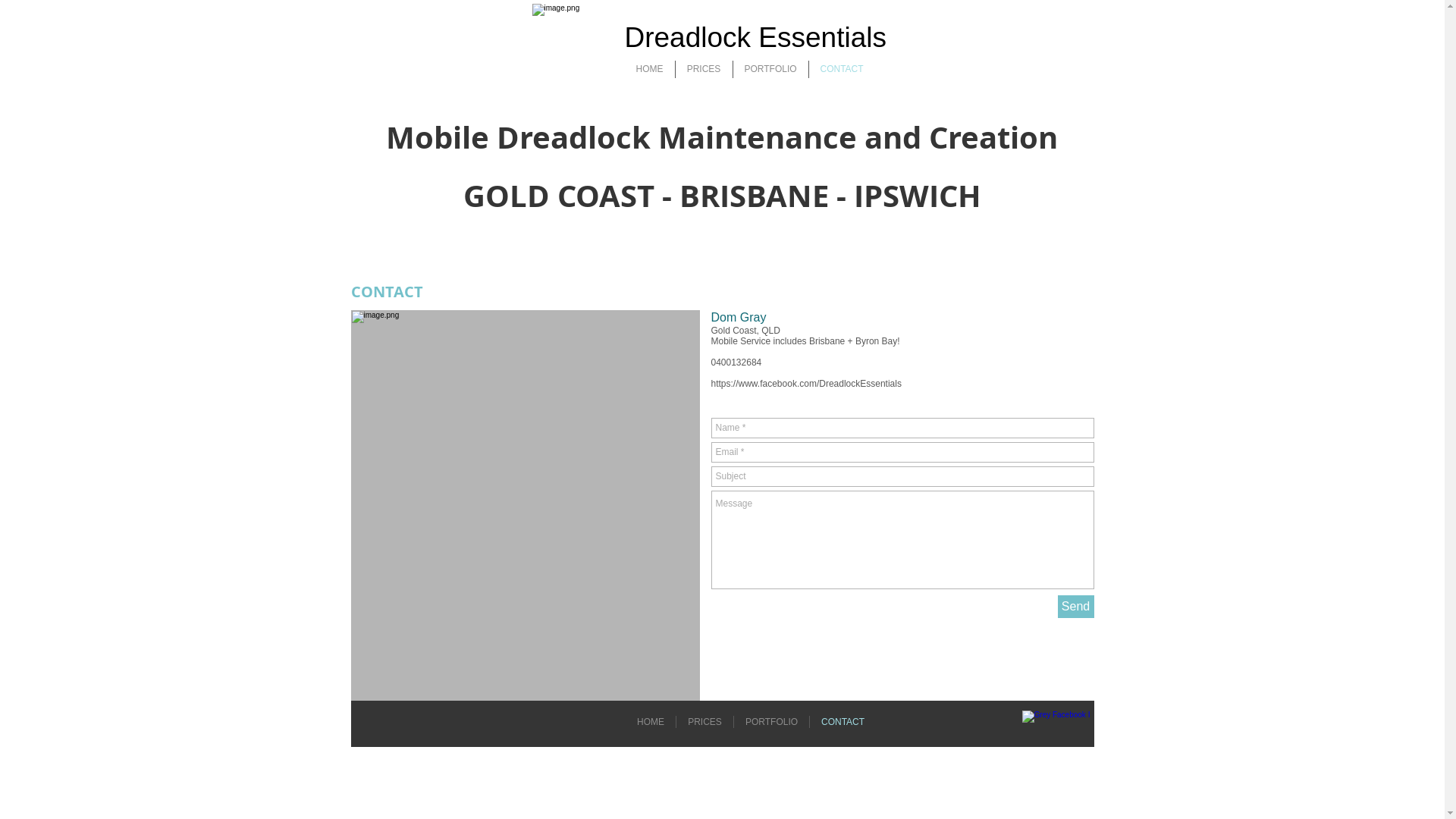  I want to click on 'https://www.facebook.com/DreadlockEssentials', so click(710, 382).